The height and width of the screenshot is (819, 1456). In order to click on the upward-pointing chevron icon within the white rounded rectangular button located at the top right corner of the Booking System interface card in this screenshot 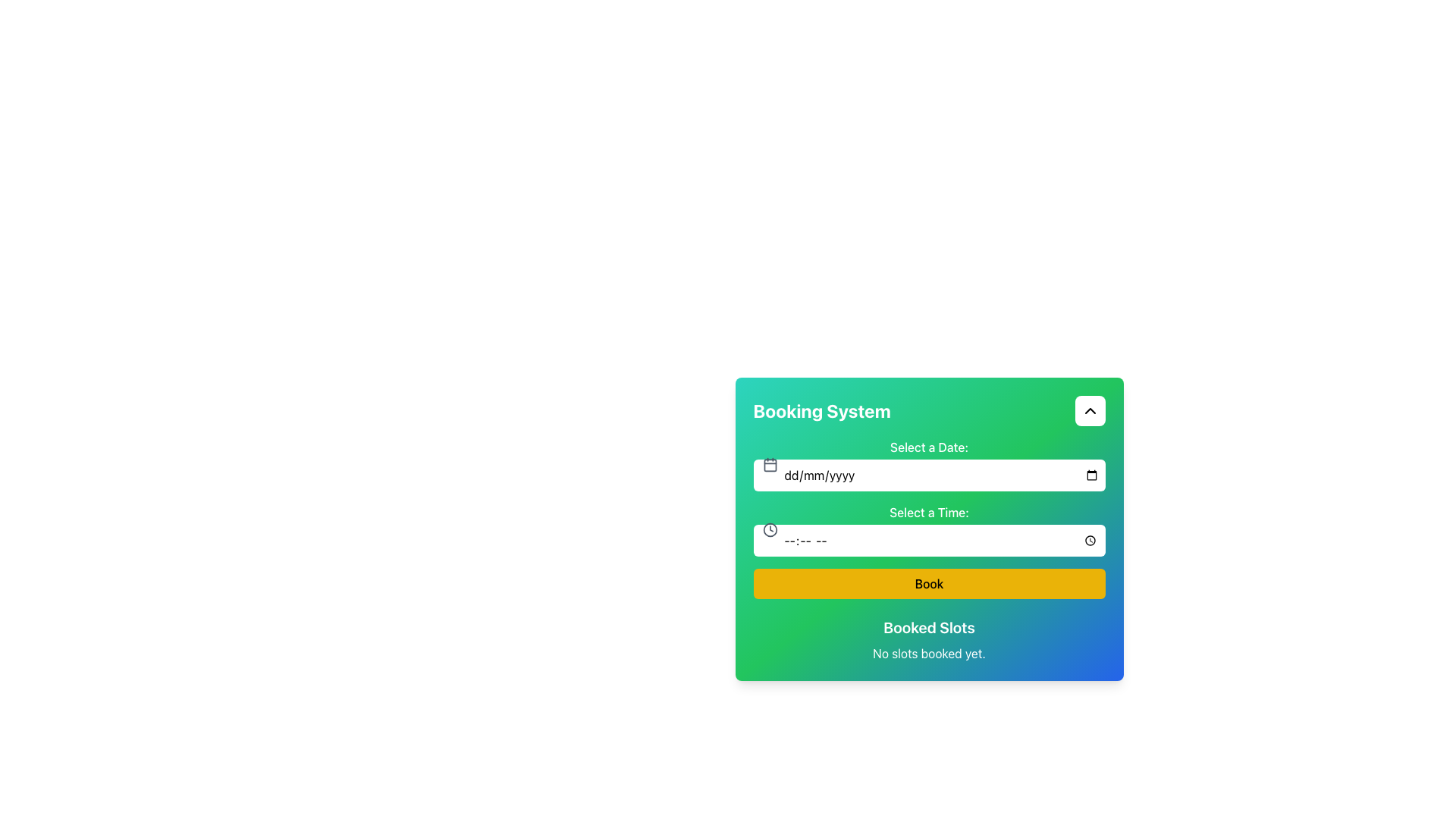, I will do `click(1089, 411)`.